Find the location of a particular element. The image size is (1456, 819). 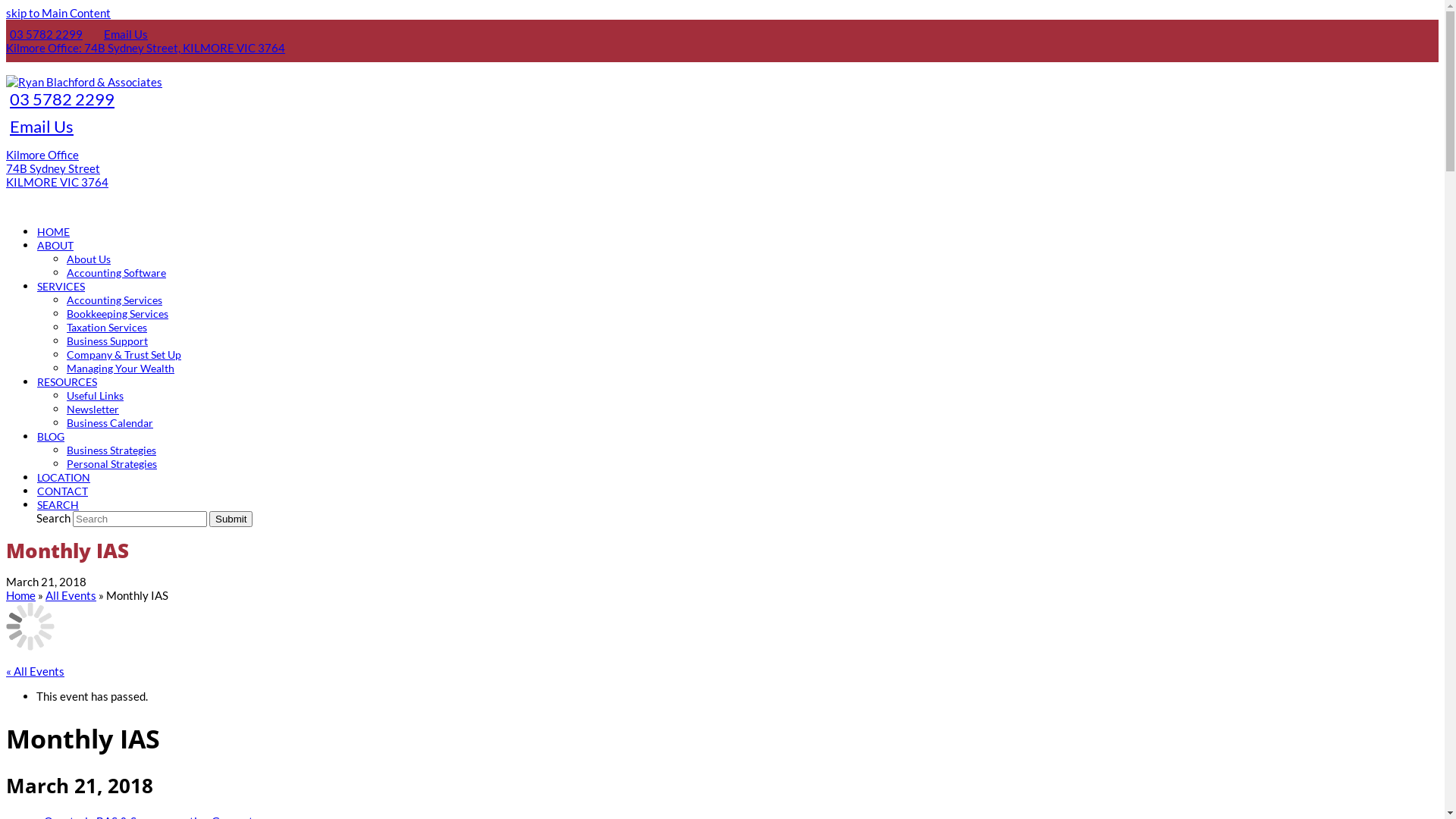

'Company & Trust Set Up' is located at coordinates (124, 353).